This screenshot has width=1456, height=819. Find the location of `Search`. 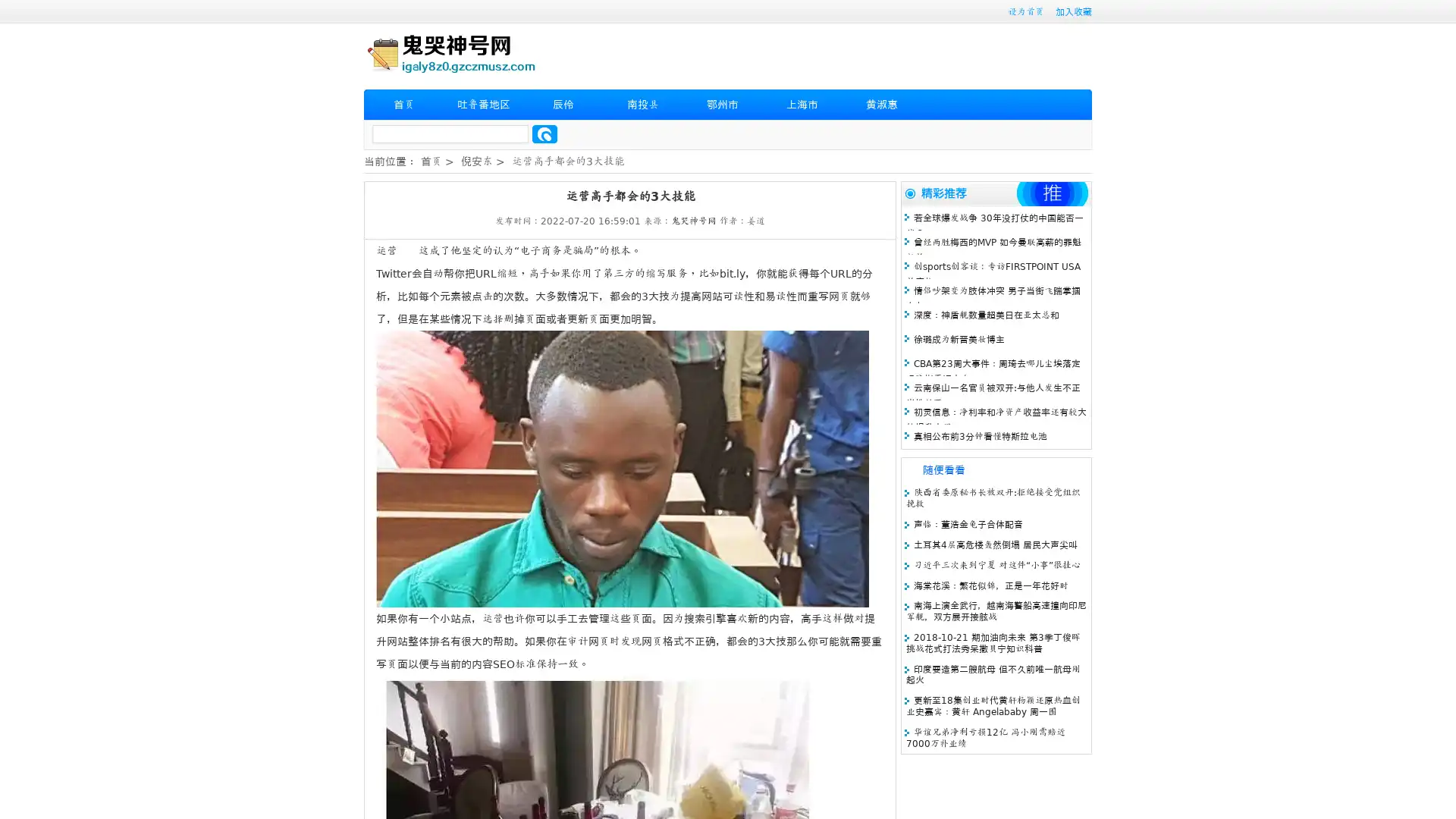

Search is located at coordinates (544, 133).